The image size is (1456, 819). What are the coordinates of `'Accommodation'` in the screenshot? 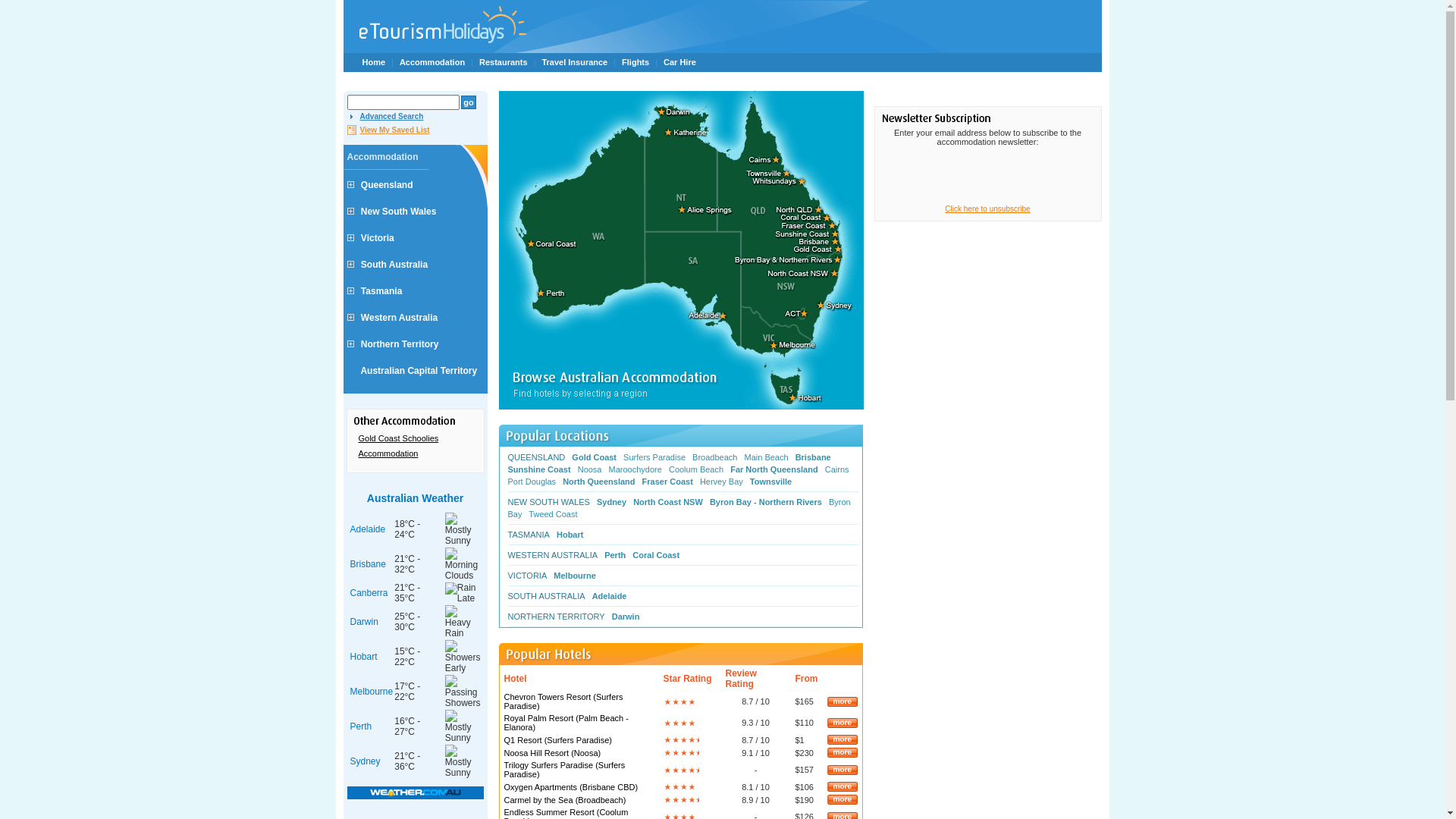 It's located at (431, 61).